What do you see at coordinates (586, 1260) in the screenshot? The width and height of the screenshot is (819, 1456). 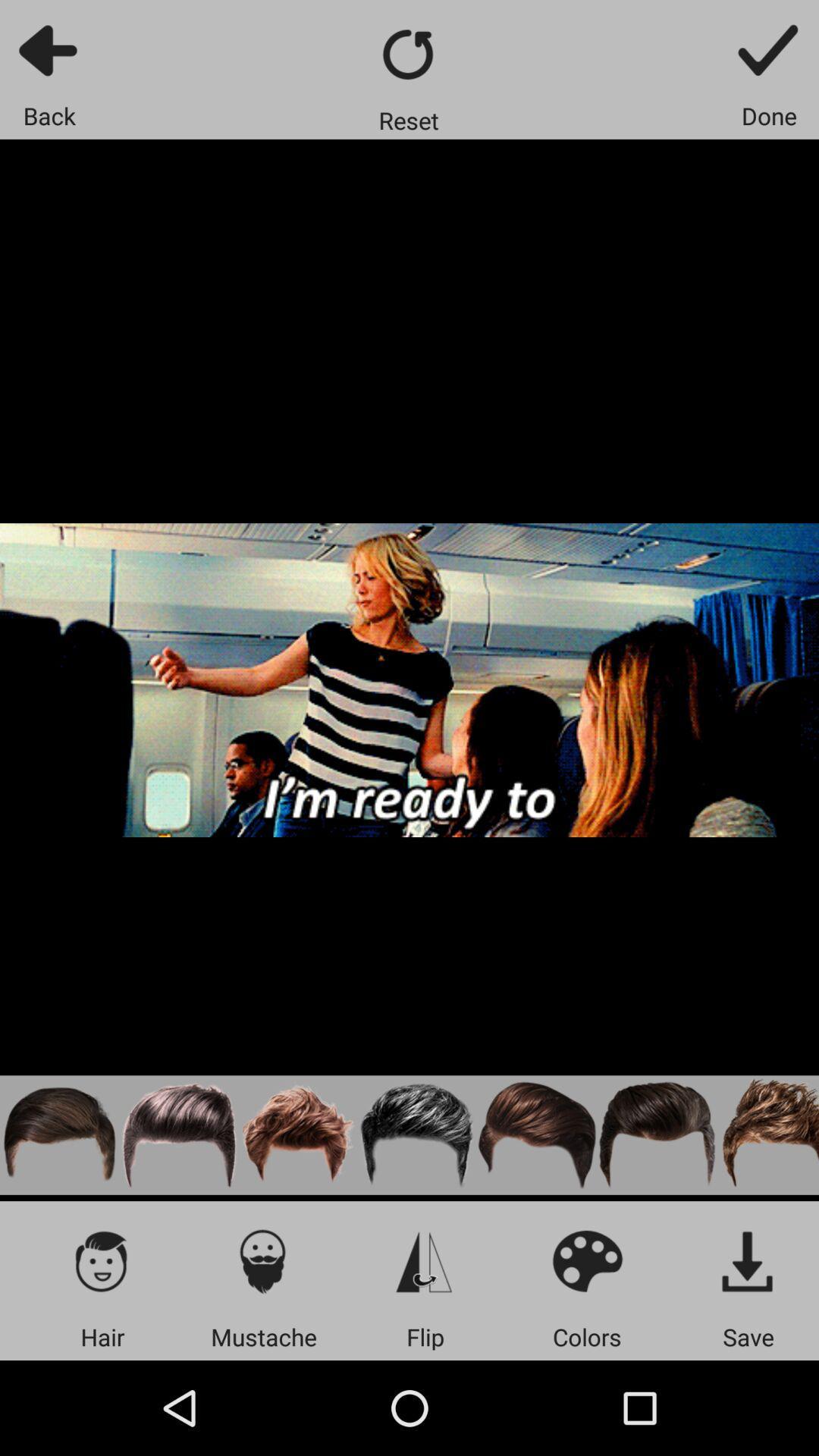 I see `the emoji icon` at bounding box center [586, 1260].